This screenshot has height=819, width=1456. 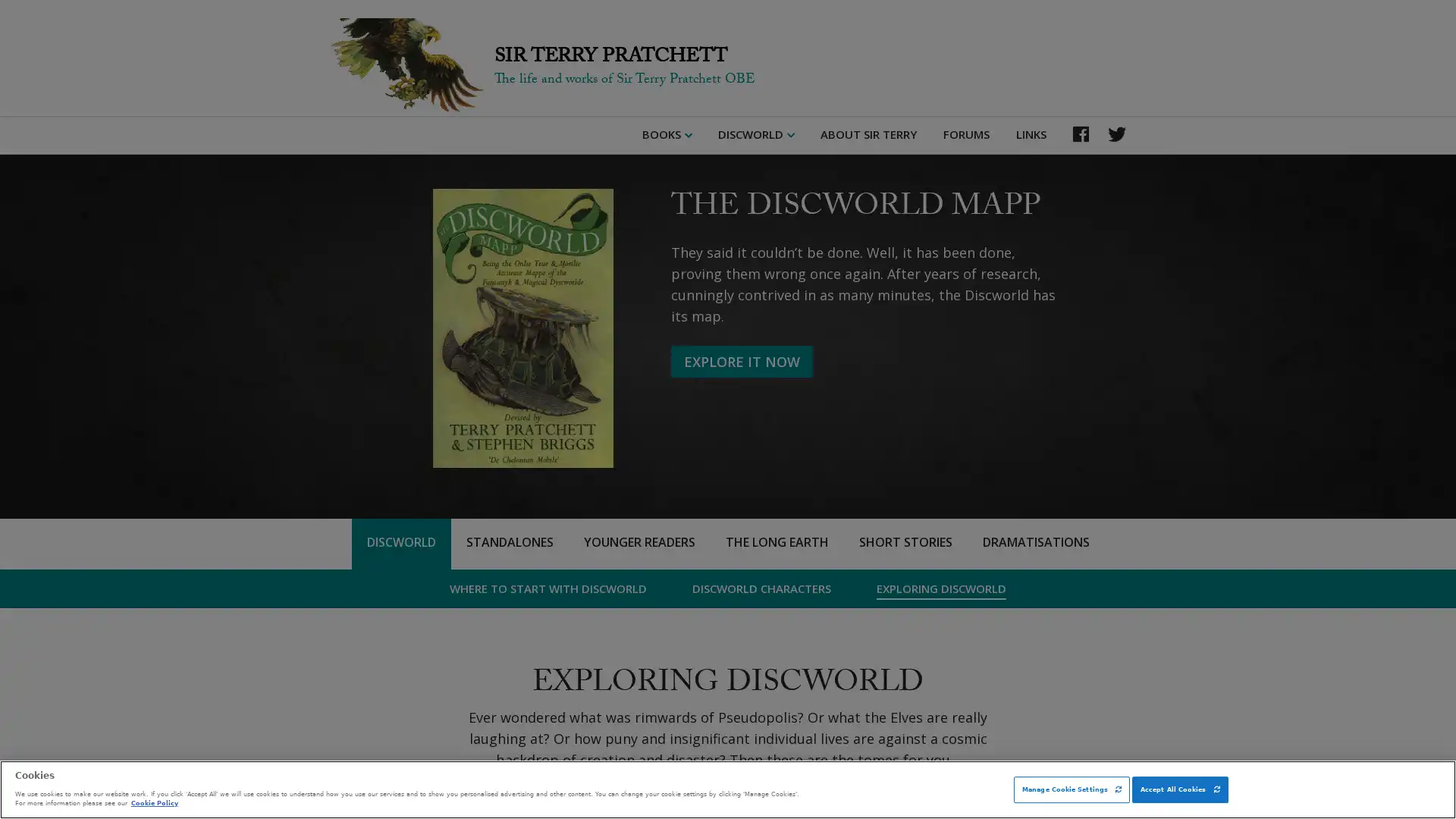 What do you see at coordinates (742, 362) in the screenshot?
I see `EXPLORE IT NOW` at bounding box center [742, 362].